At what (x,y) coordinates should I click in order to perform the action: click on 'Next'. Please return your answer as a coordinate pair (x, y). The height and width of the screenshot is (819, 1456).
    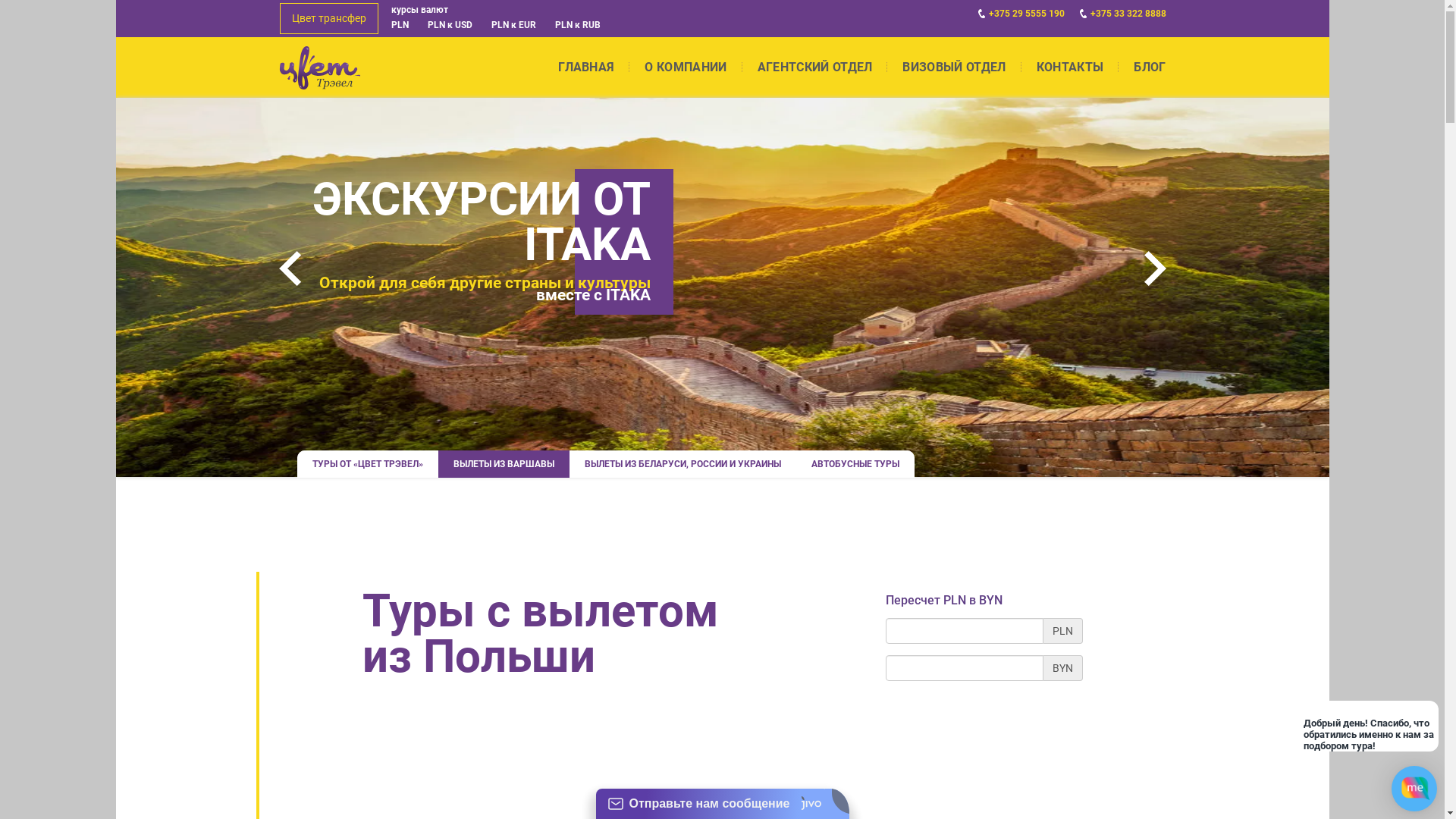
    Looking at the image, I should click on (1153, 268).